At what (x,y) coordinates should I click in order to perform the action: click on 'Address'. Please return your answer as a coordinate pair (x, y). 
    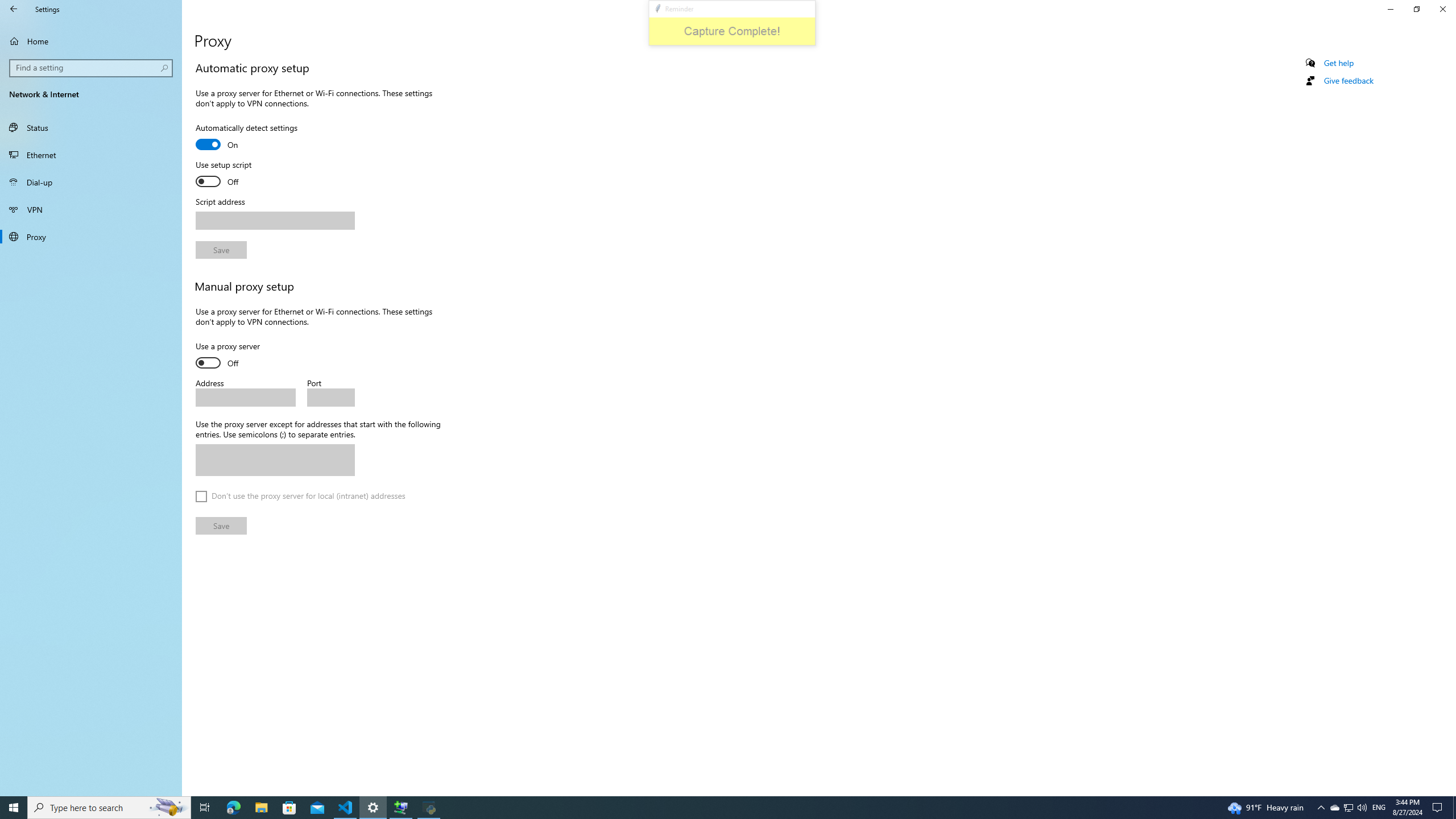
    Looking at the image, I should click on (245, 397).